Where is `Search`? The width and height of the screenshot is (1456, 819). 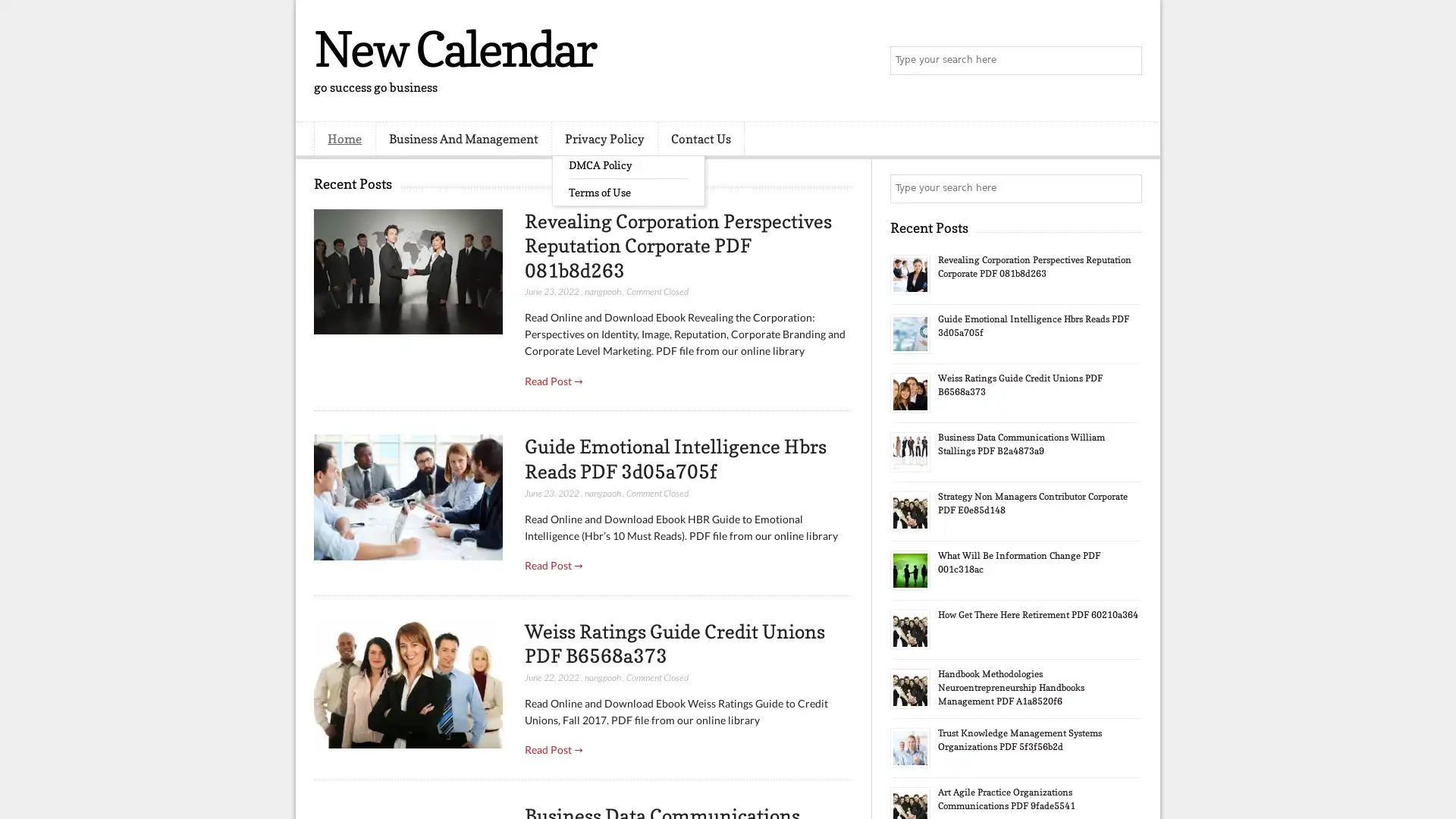
Search is located at coordinates (1126, 61).